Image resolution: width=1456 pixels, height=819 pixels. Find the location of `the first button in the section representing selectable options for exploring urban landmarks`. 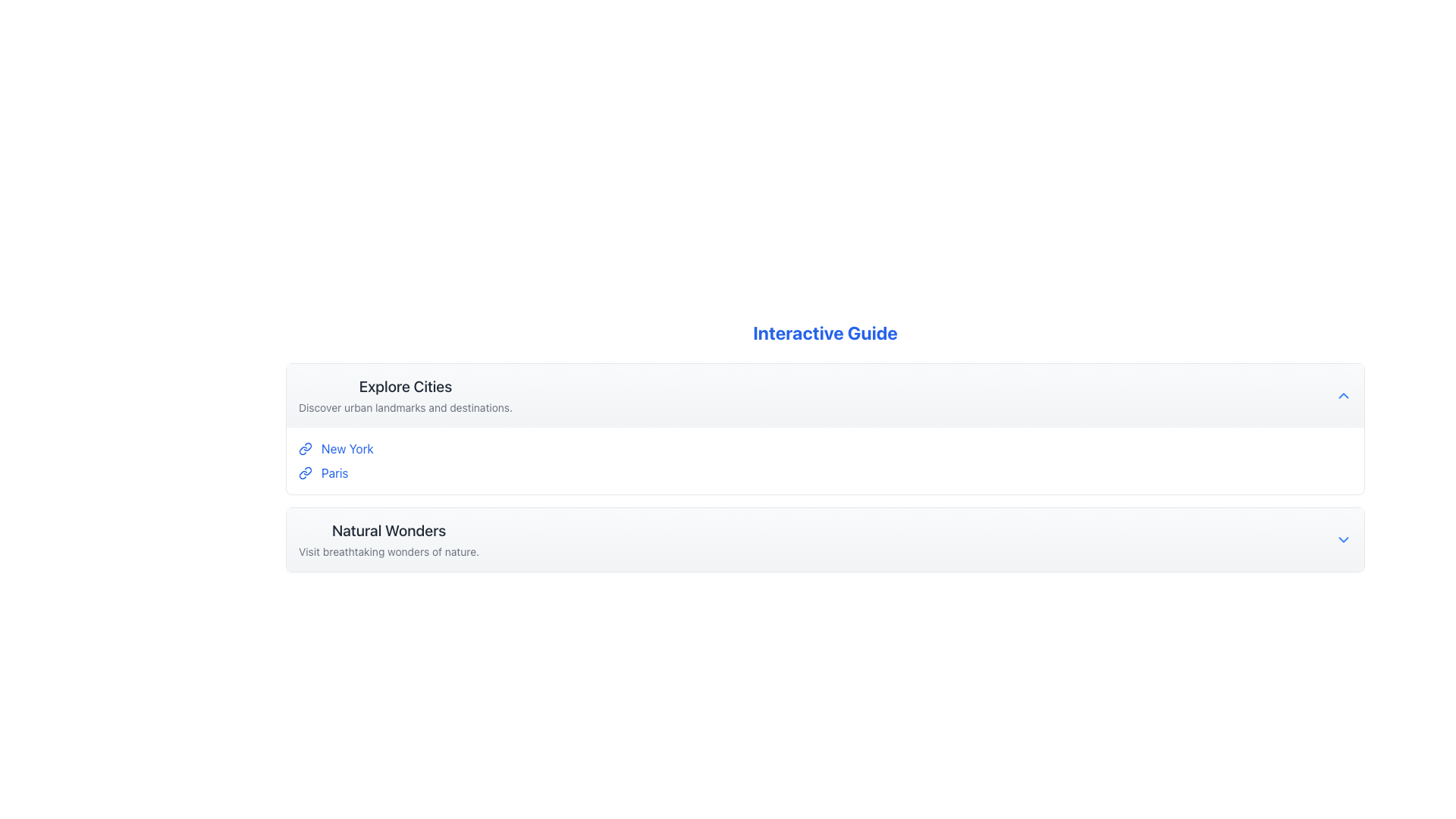

the first button in the section representing selectable options for exploring urban landmarks is located at coordinates (824, 394).